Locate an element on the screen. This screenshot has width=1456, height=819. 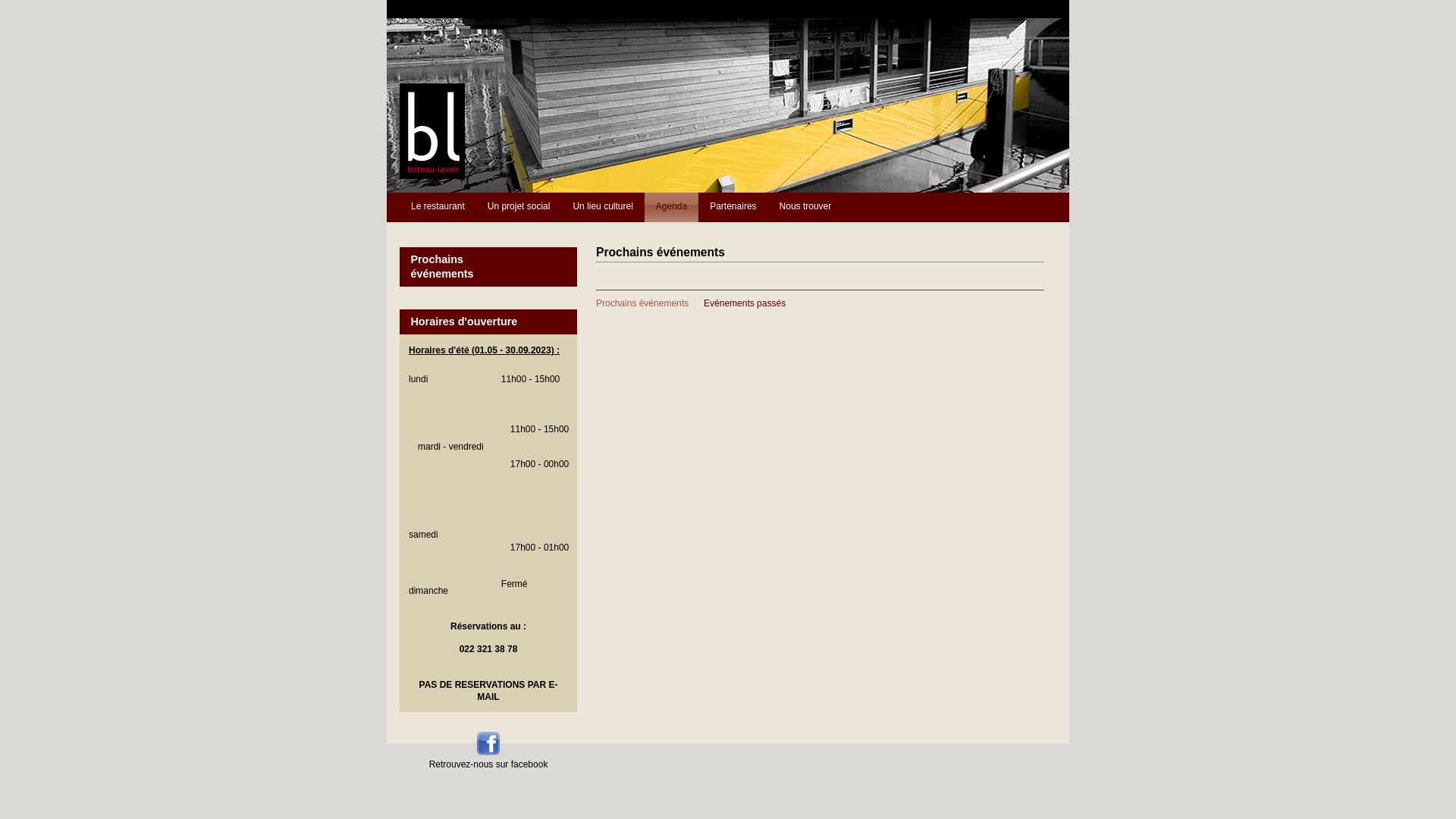
'Partenaires' is located at coordinates (733, 207).